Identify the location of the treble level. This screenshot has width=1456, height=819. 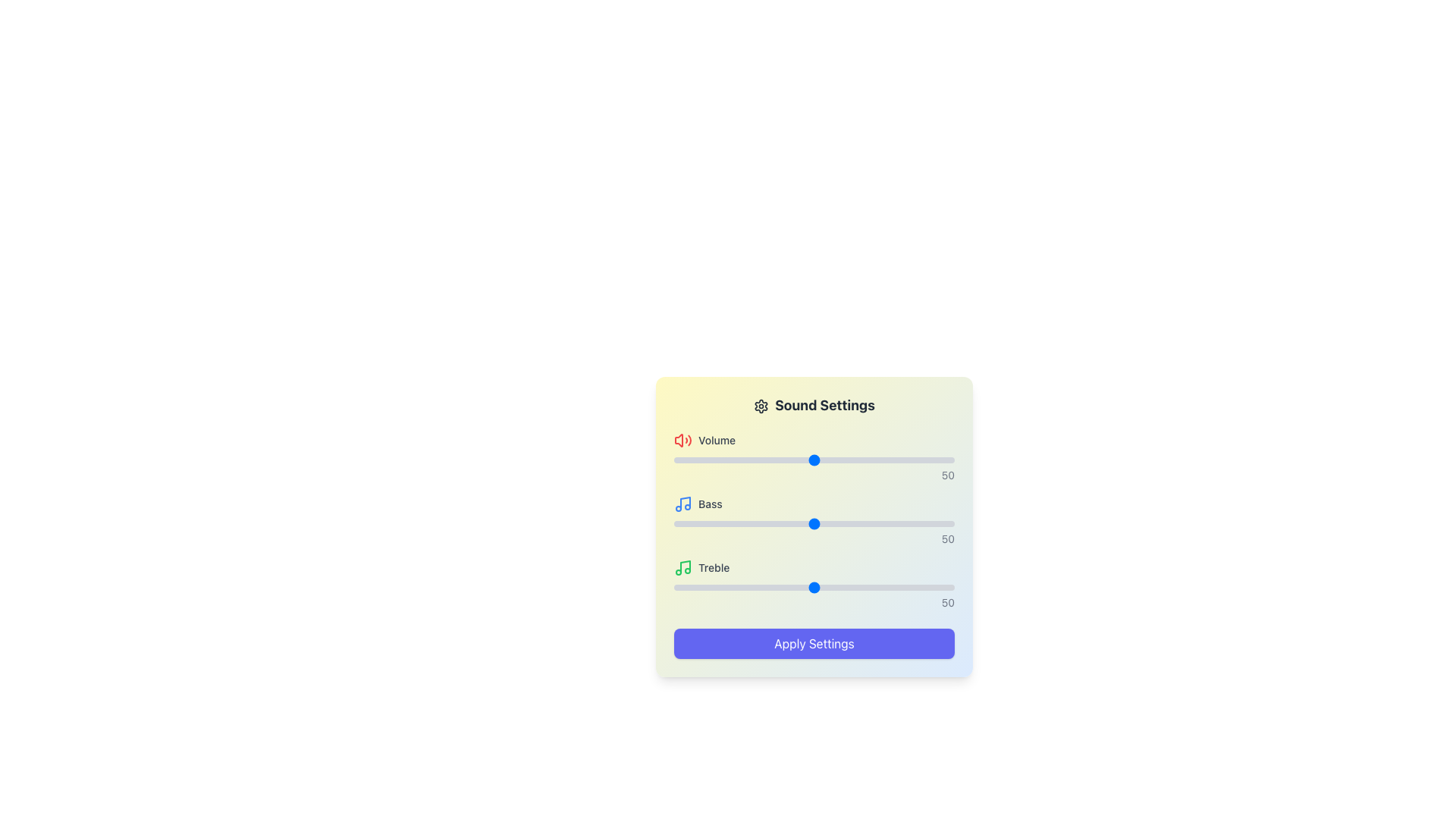
(923, 587).